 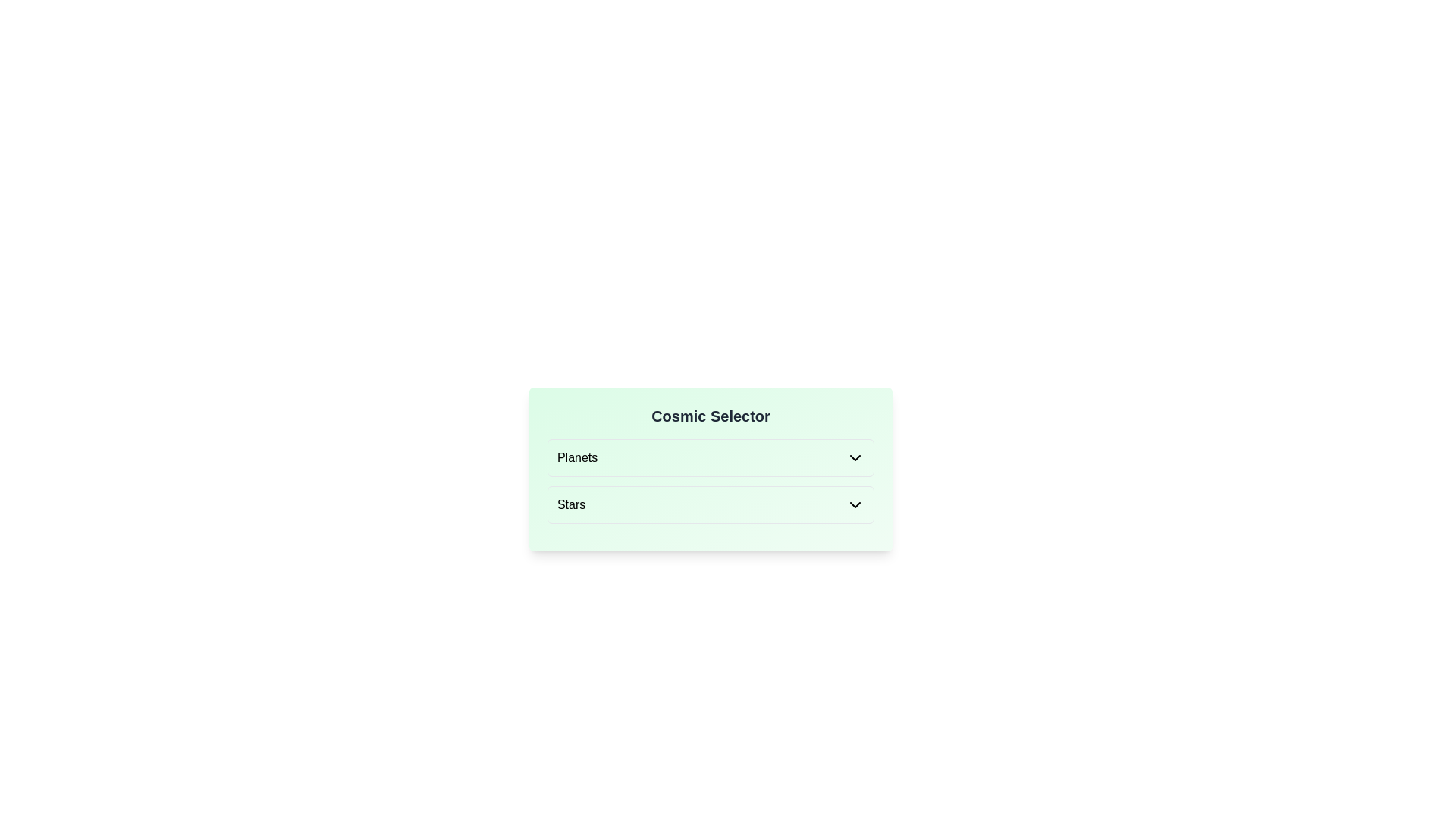 What do you see at coordinates (855, 505) in the screenshot?
I see `the chevron icon` at bounding box center [855, 505].